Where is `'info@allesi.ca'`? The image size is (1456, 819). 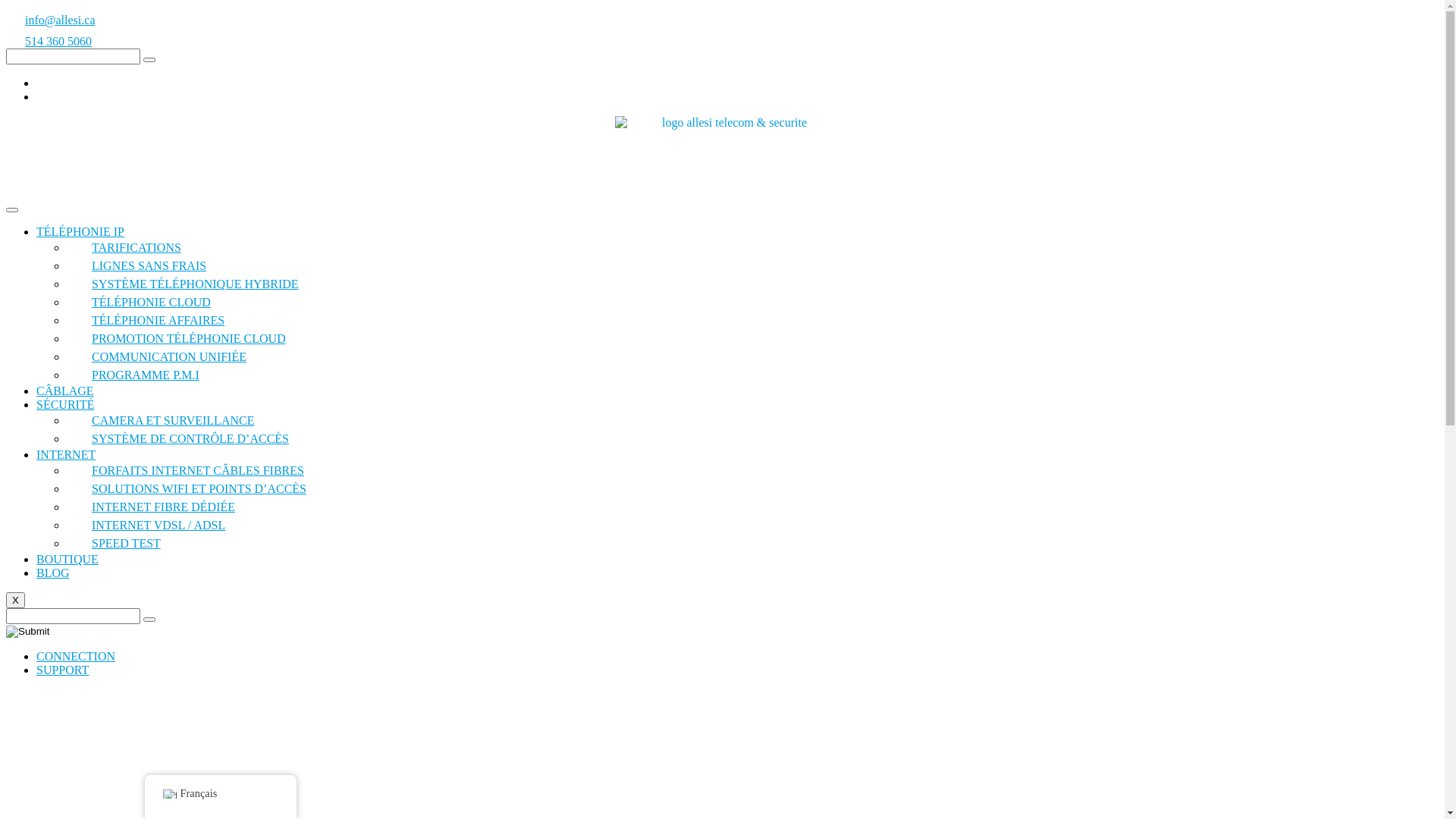 'info@allesi.ca' is located at coordinates (728, 17).